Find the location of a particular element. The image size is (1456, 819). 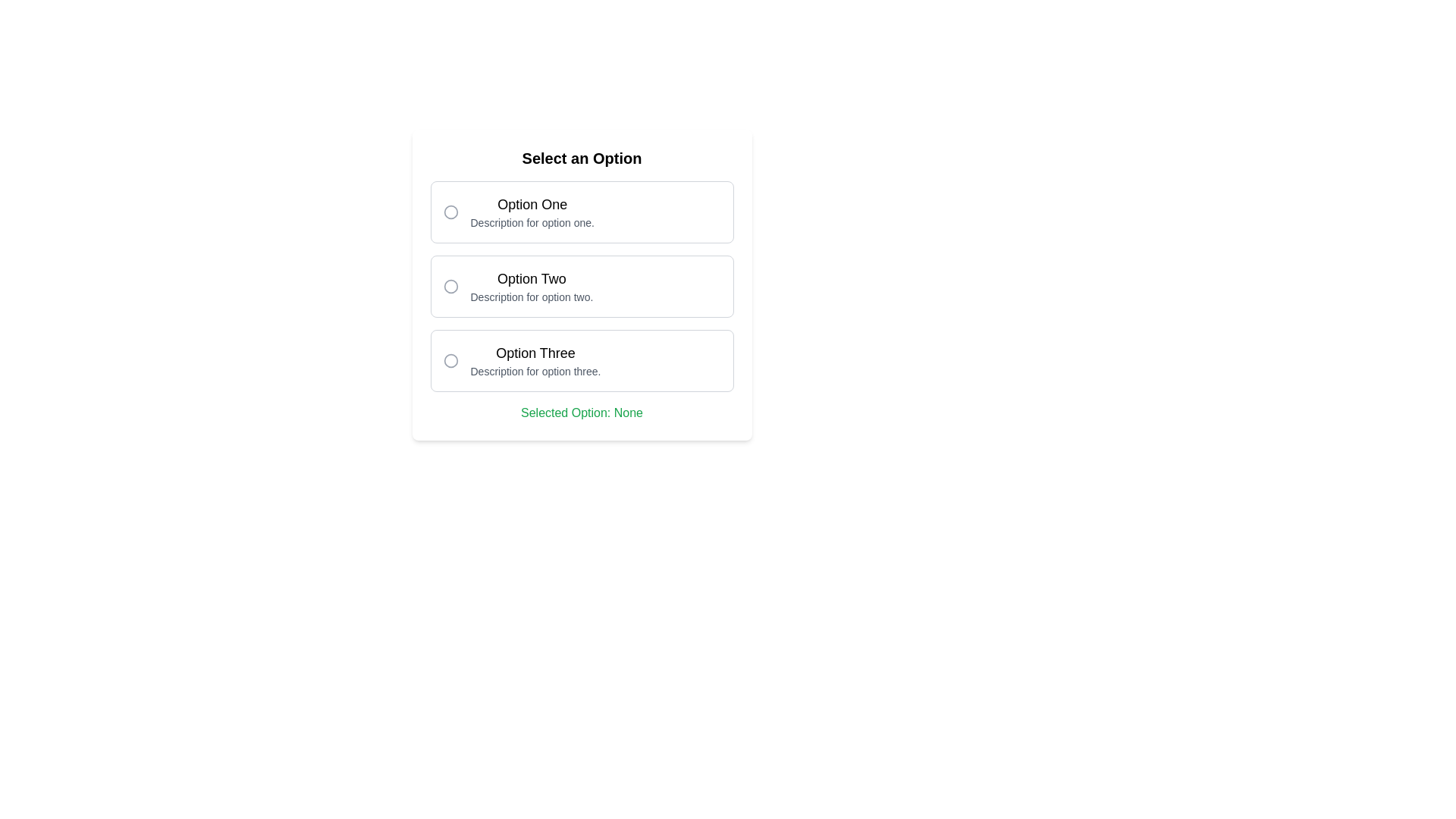

the Radio Button Indicator located to the left of the 'Option One' text in the 'Select an Option' list is located at coordinates (450, 212).